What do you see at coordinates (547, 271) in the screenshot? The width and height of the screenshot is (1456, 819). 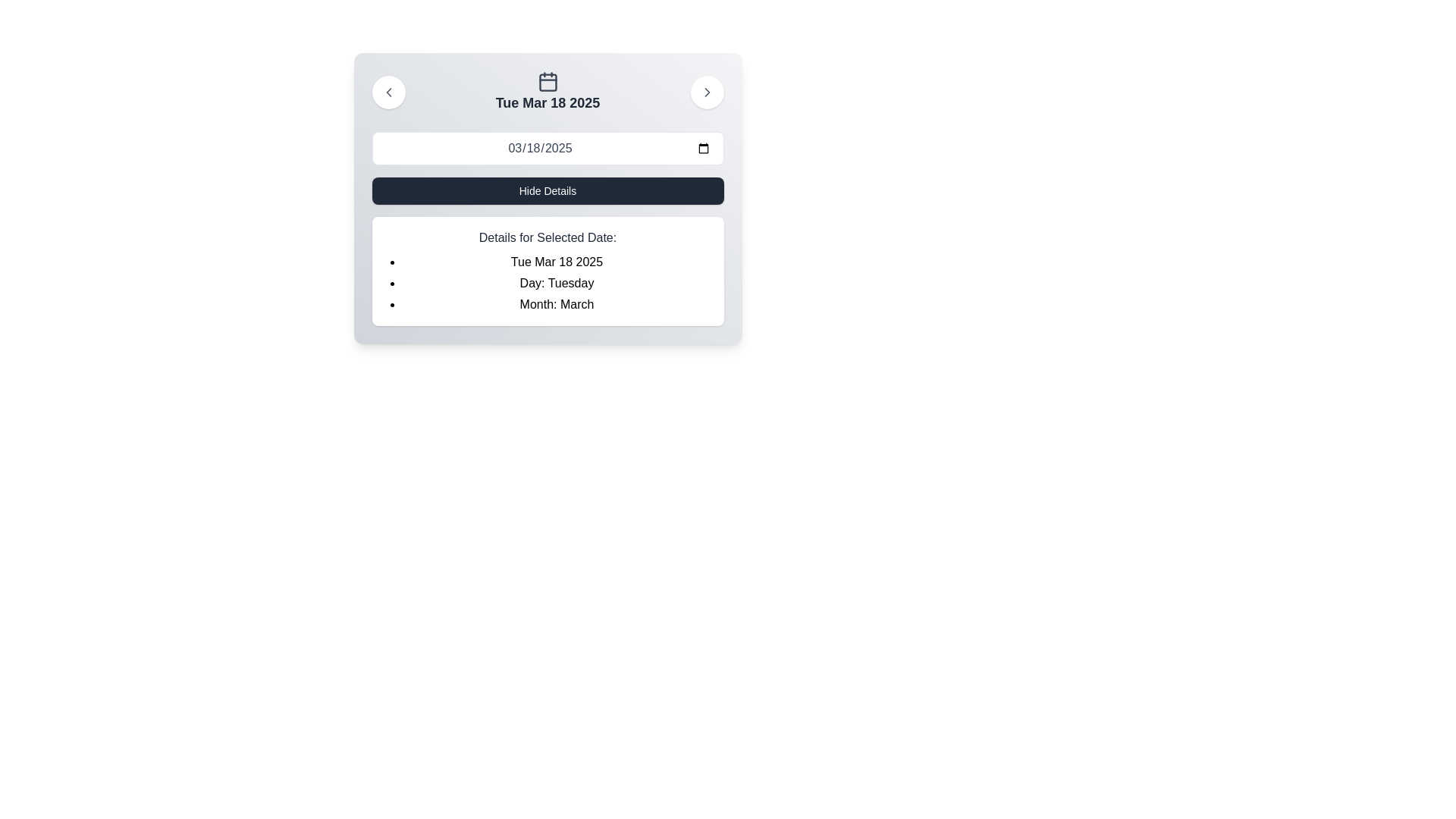 I see `the informational text block that conveys detailed information about a selected date, positioned below the 'Hide Details' button` at bounding box center [547, 271].